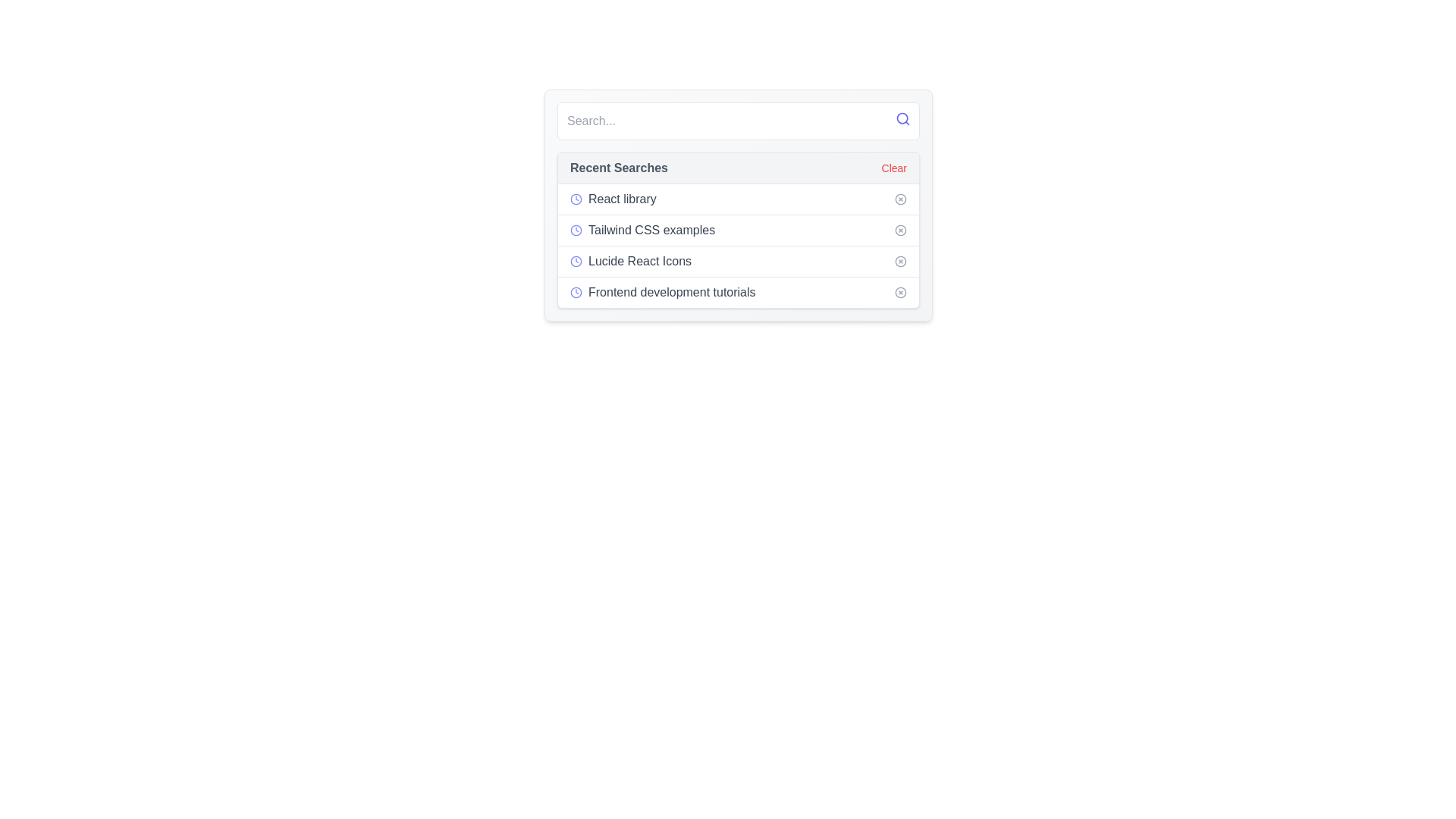  What do you see at coordinates (901, 231) in the screenshot?
I see `the interactive button with a circular 'X' icon that changes color to red when hovered upon, located at the rightmost area of the 'Tailwind CSS examples' row` at bounding box center [901, 231].